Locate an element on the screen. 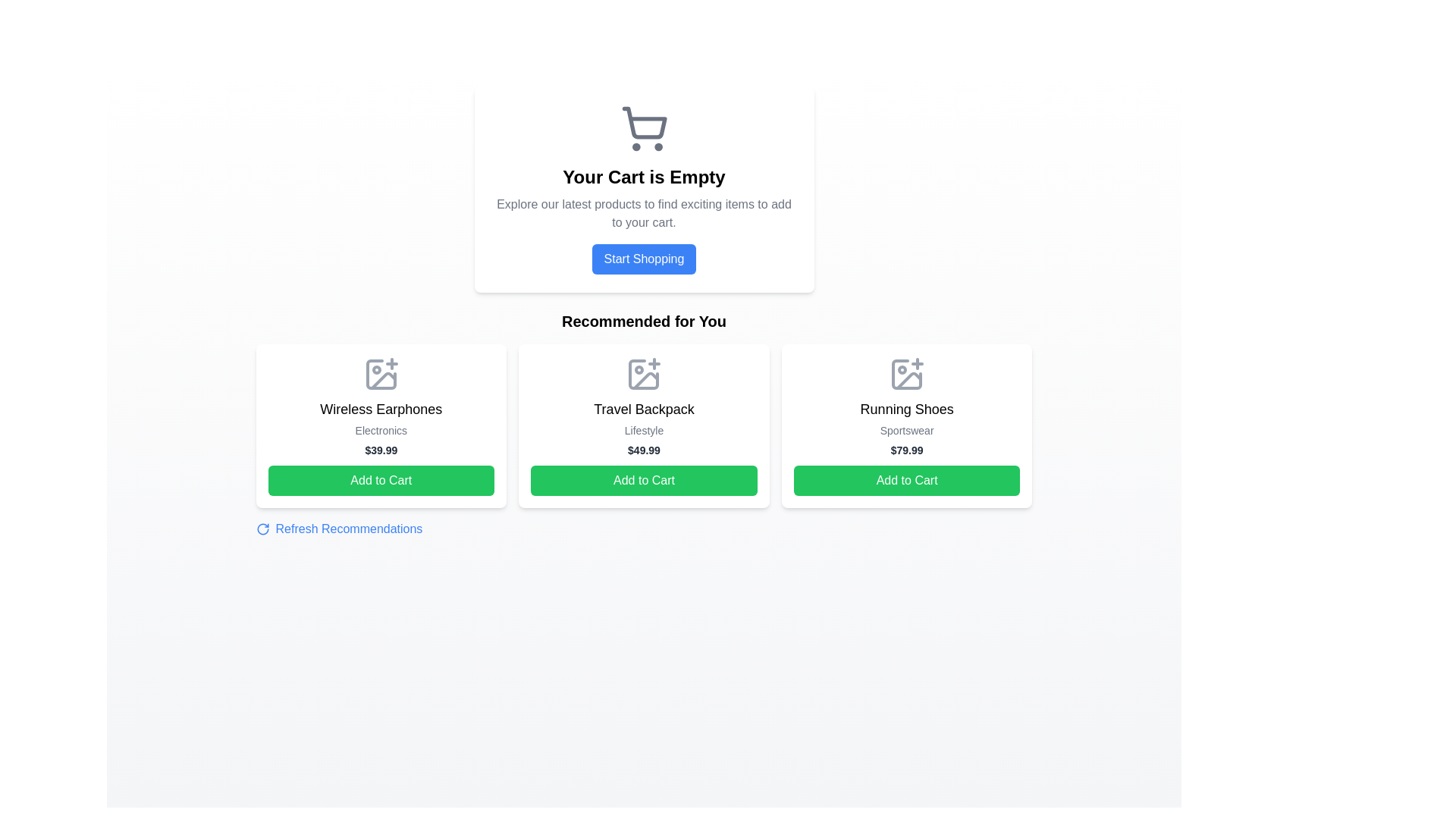 This screenshot has height=819, width=1456. the 'Wireless Earphones' text element in the product card for accessibility is located at coordinates (381, 409).